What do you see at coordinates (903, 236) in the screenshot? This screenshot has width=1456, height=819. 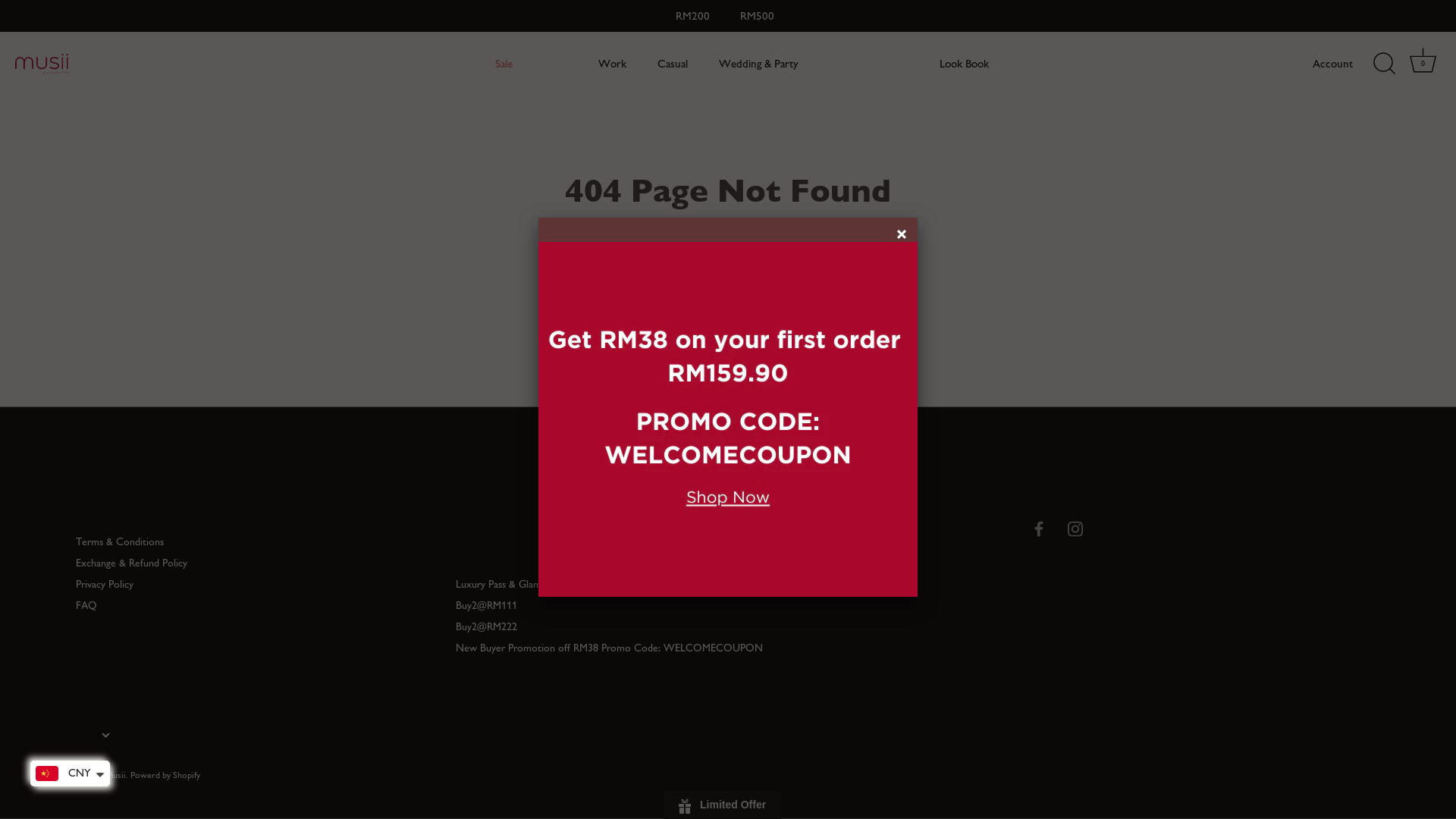 I see `'Close'` at bounding box center [903, 236].